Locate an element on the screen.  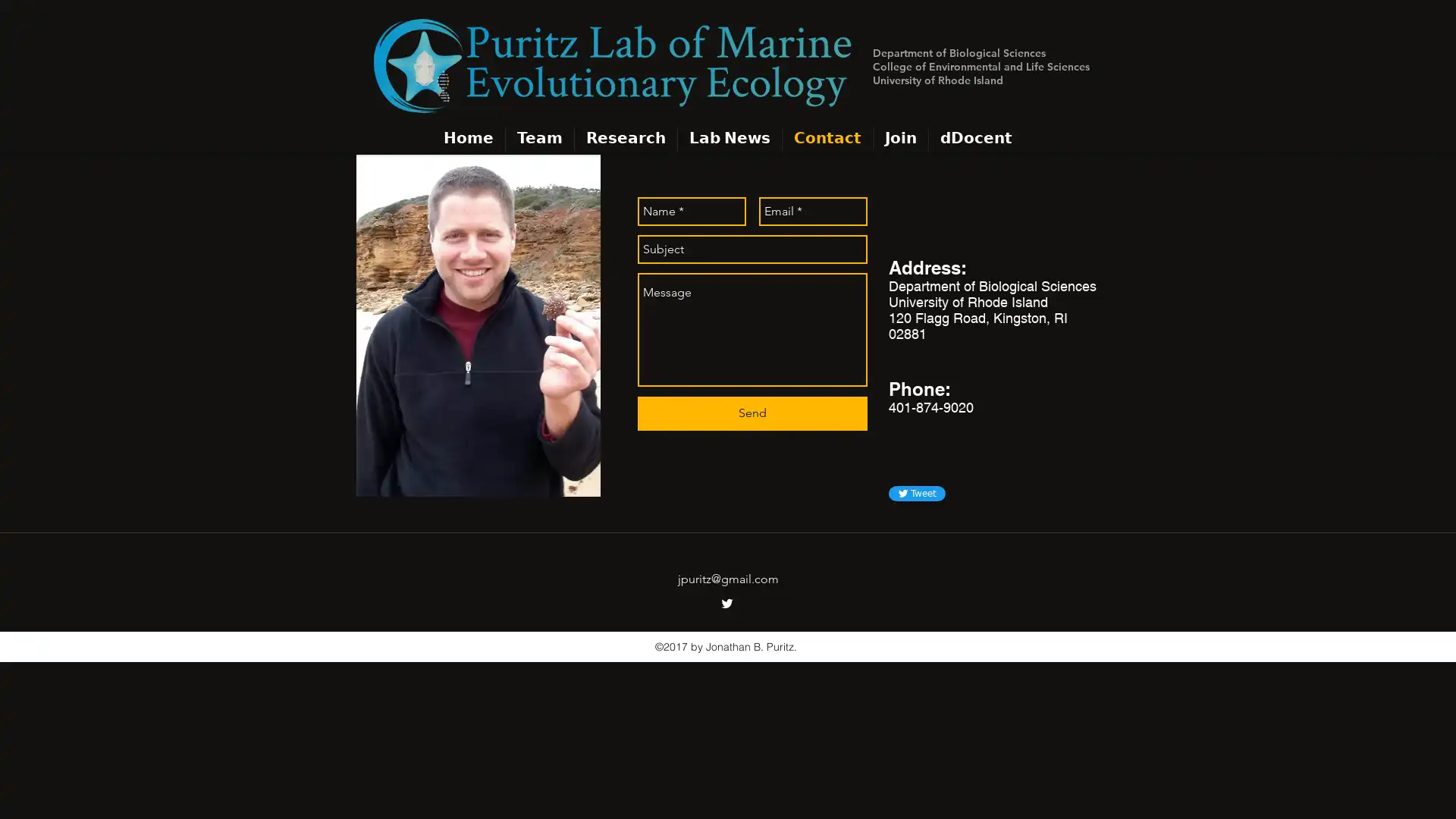
Send is located at coordinates (752, 413).